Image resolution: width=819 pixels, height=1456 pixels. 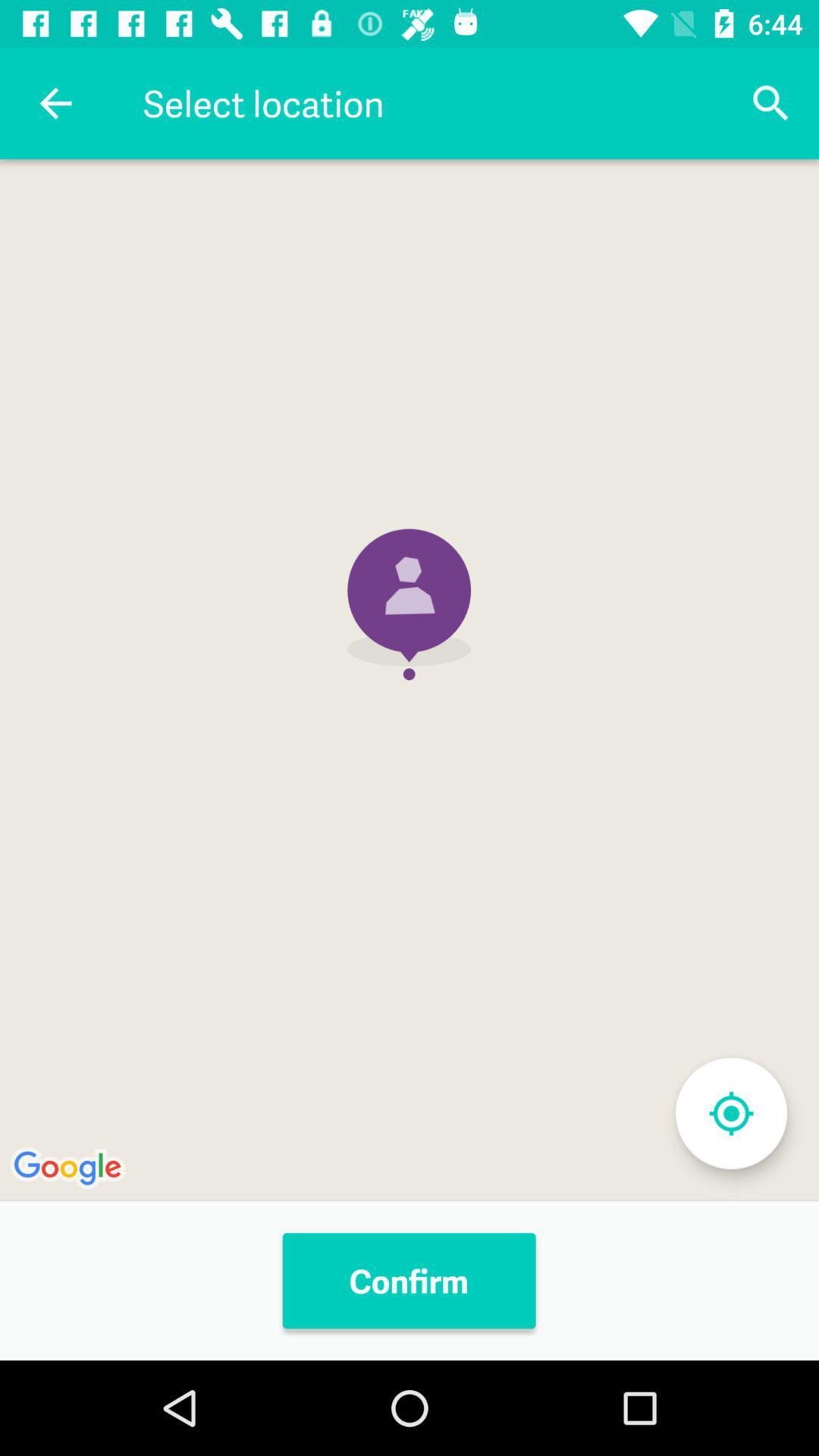 I want to click on confirm item, so click(x=408, y=1280).